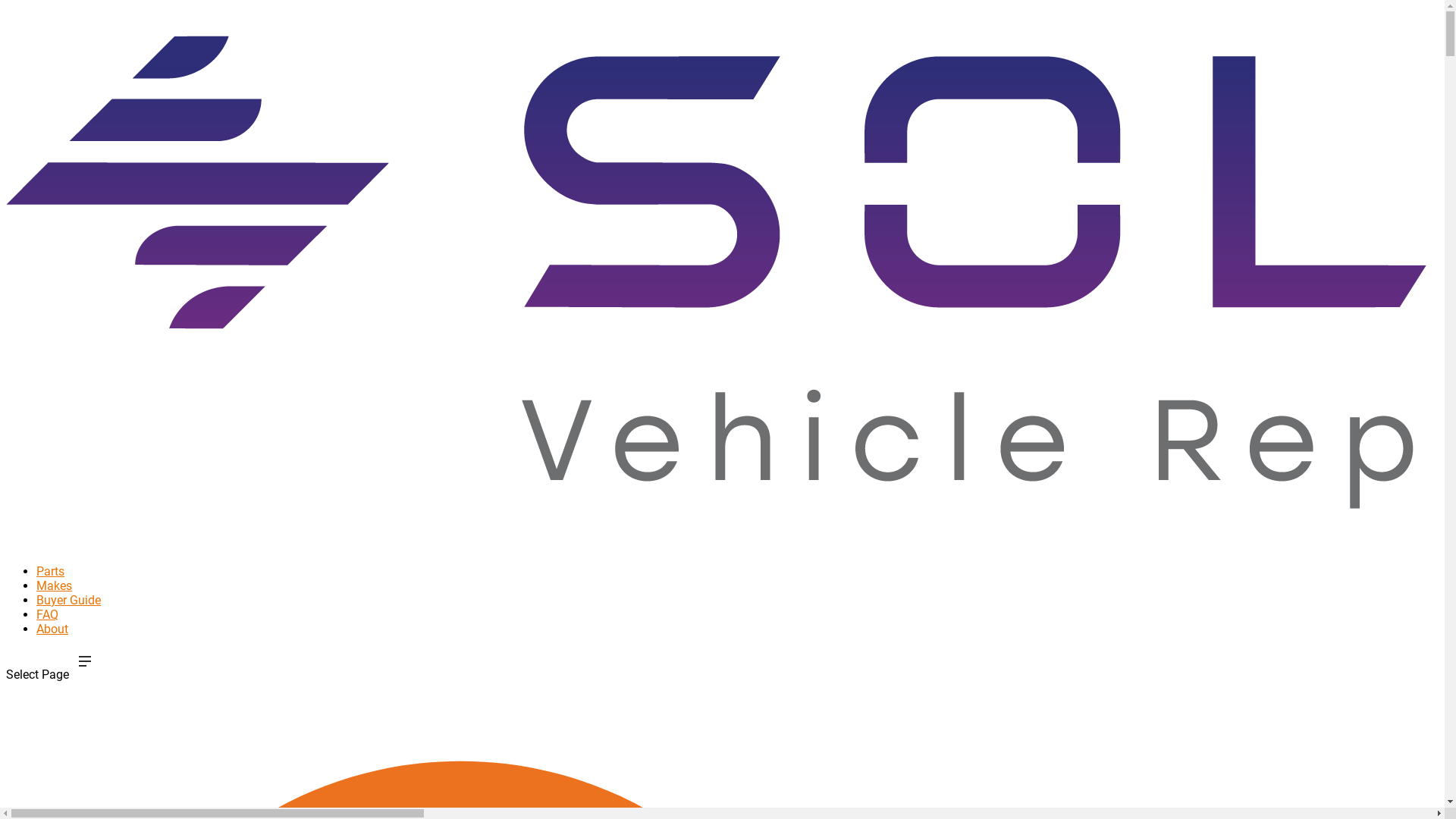  I want to click on 'Buyer Guide', so click(67, 620).